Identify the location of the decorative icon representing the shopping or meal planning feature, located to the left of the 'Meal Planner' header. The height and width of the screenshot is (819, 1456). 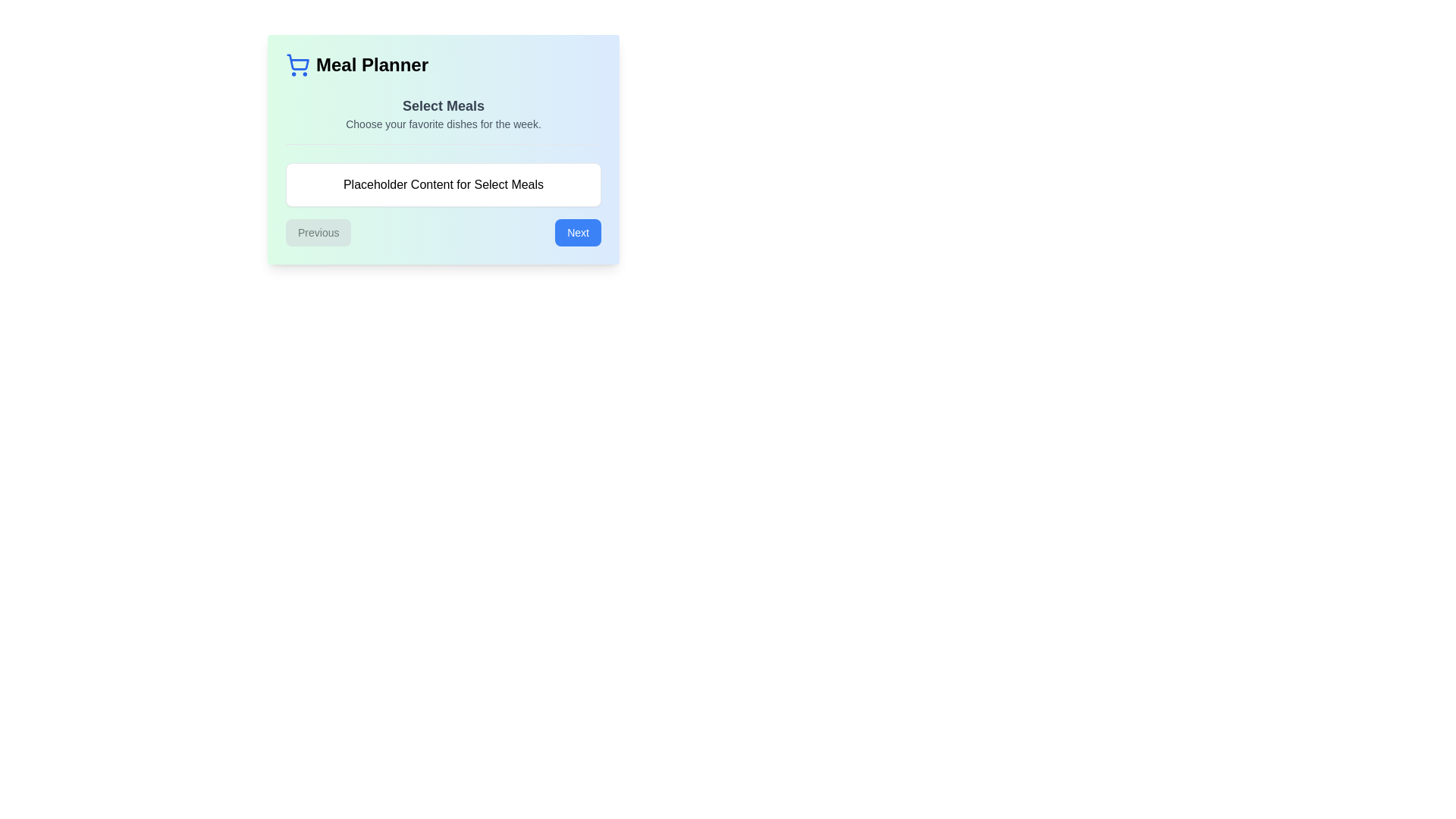
(298, 64).